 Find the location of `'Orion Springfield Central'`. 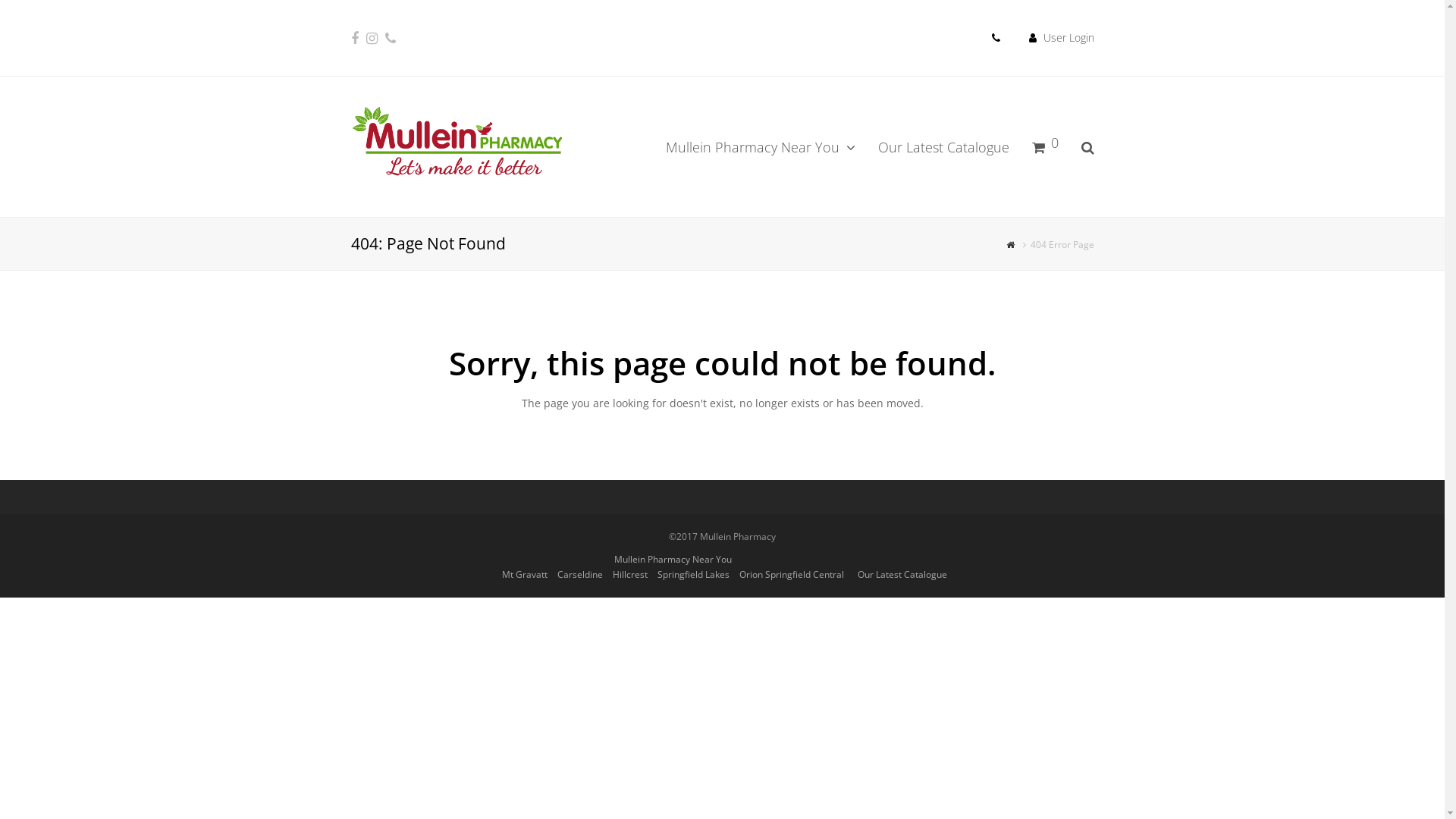

'Orion Springfield Central' is located at coordinates (789, 574).